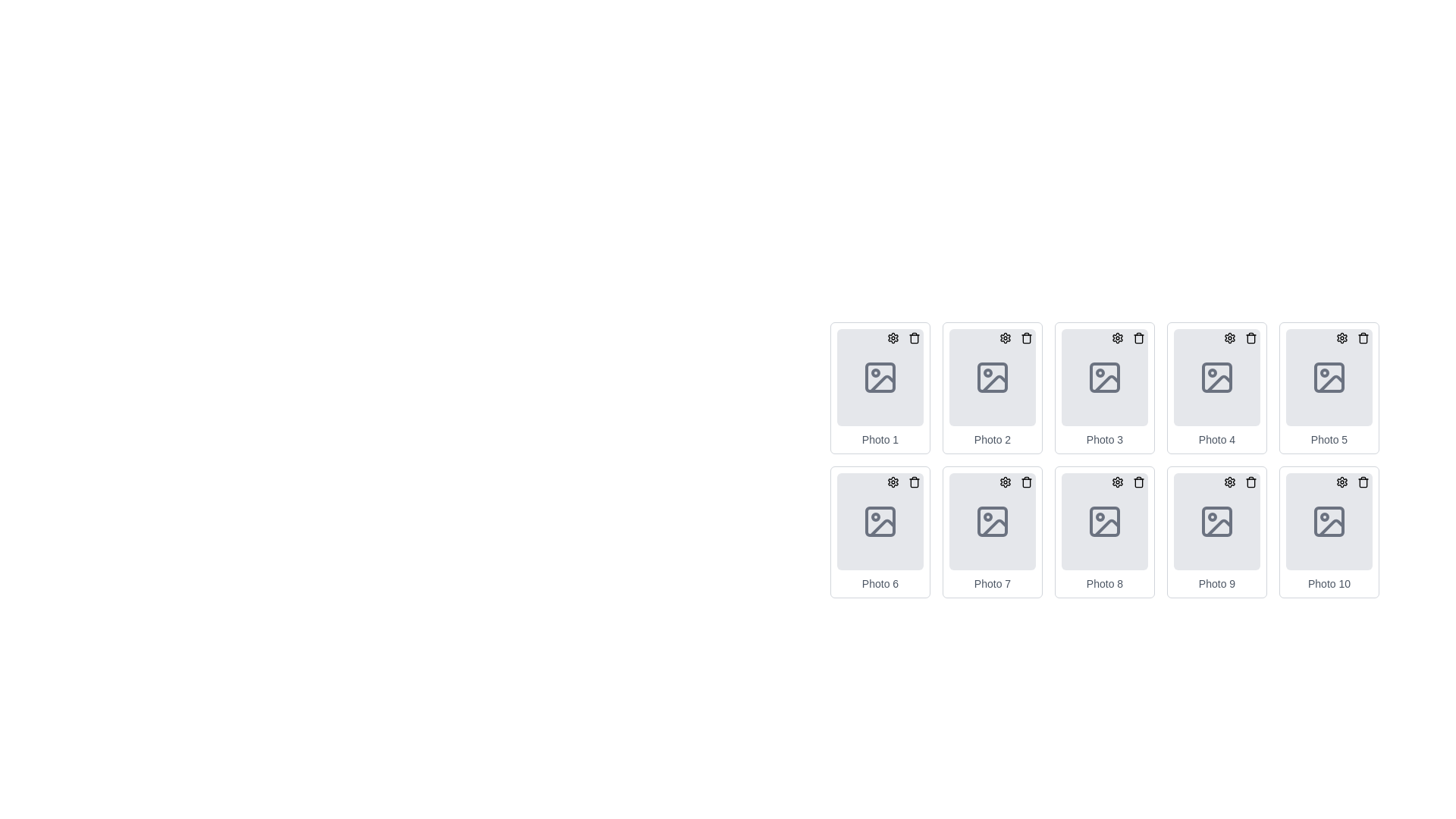 Image resolution: width=1456 pixels, height=819 pixels. Describe the element at coordinates (1139, 482) in the screenshot. I see `the delete icon located in the top-right corner of the eighth photo tile` at that location.